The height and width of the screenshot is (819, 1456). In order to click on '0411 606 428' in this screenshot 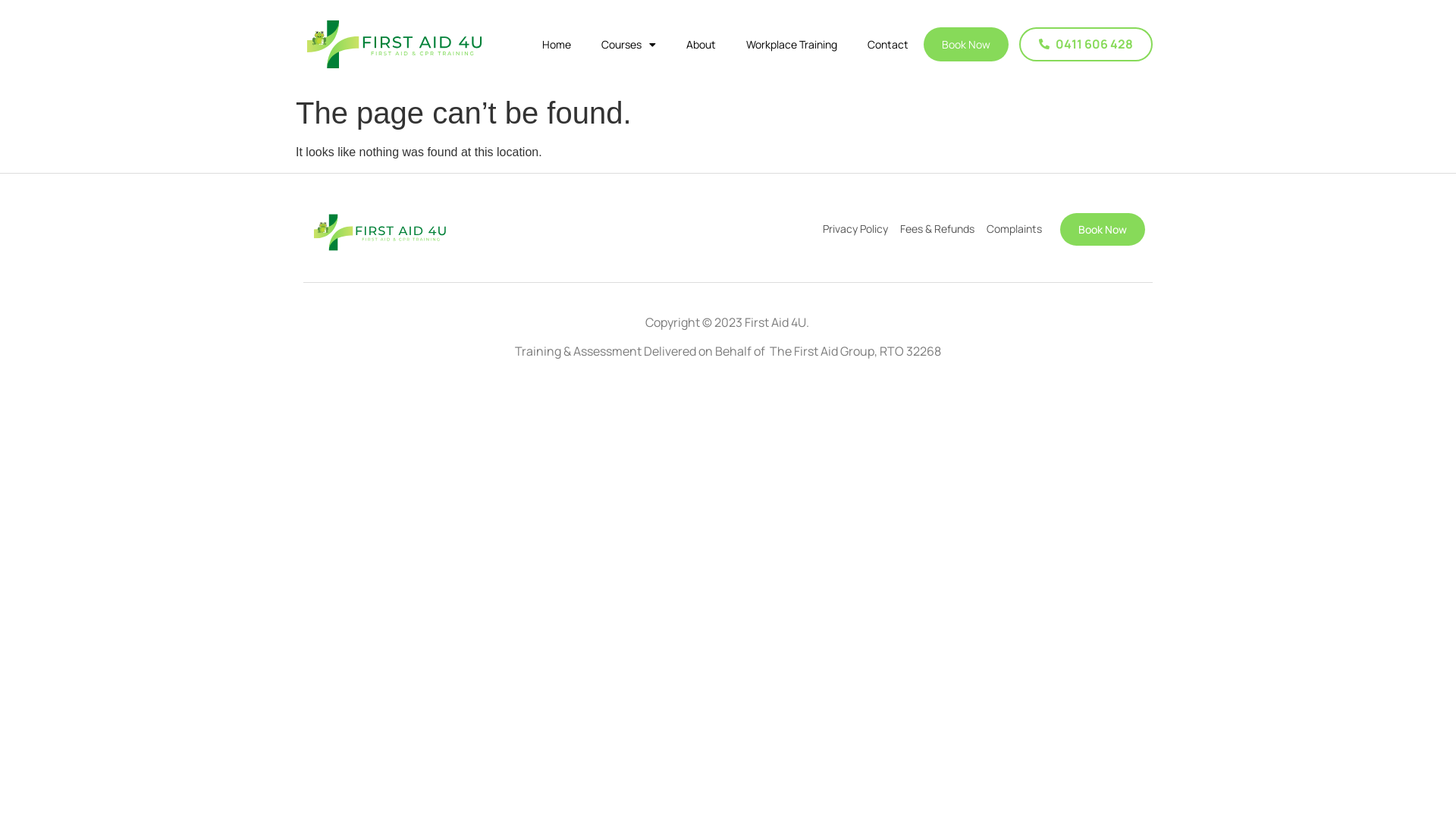, I will do `click(1084, 43)`.